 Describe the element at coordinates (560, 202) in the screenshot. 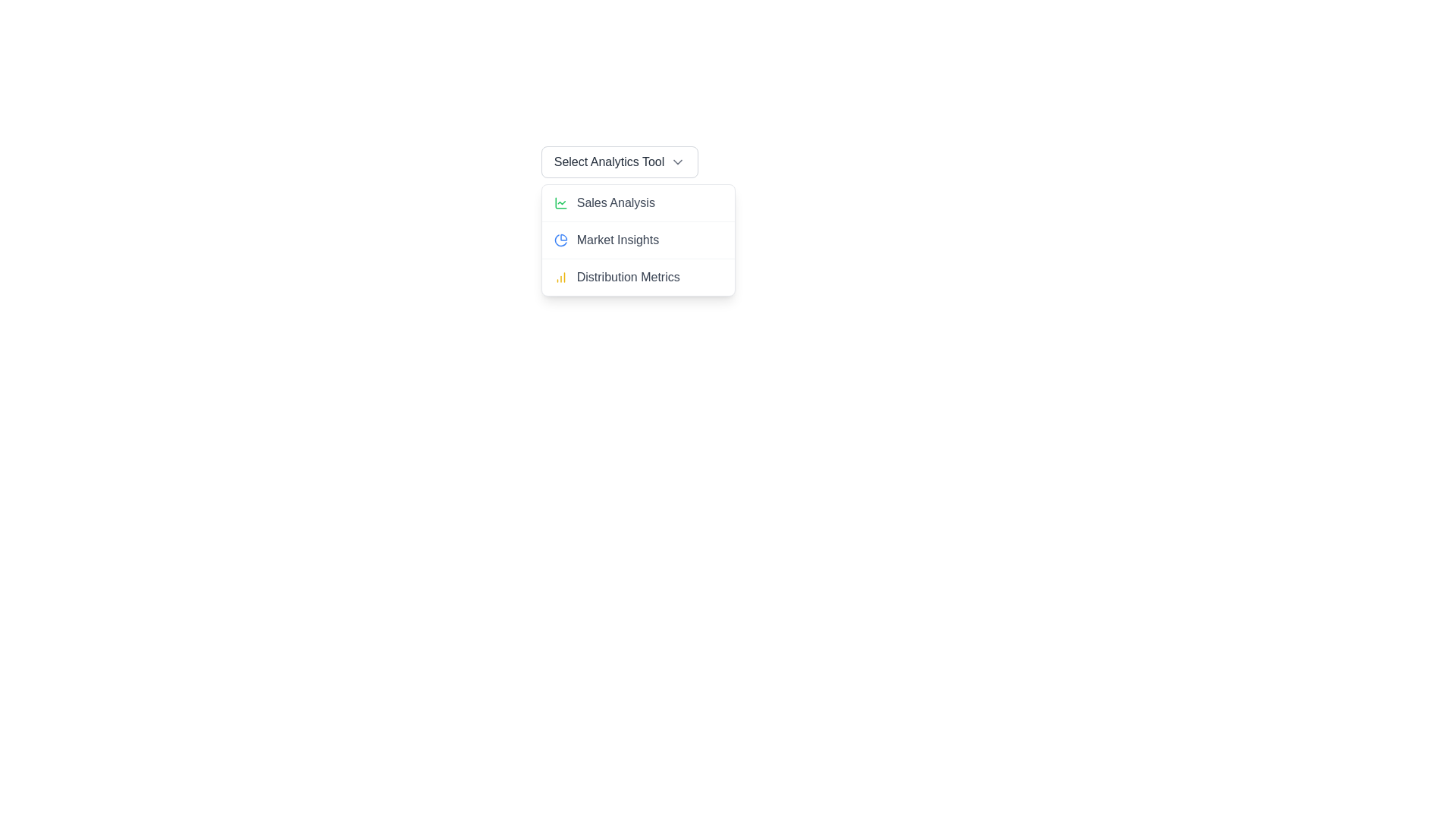

I see `the visual representation of the decorative icon component within the 'Distribution Metrics' icon located in the third item of the 'Select Analytics Tool' dropdown menu` at that location.